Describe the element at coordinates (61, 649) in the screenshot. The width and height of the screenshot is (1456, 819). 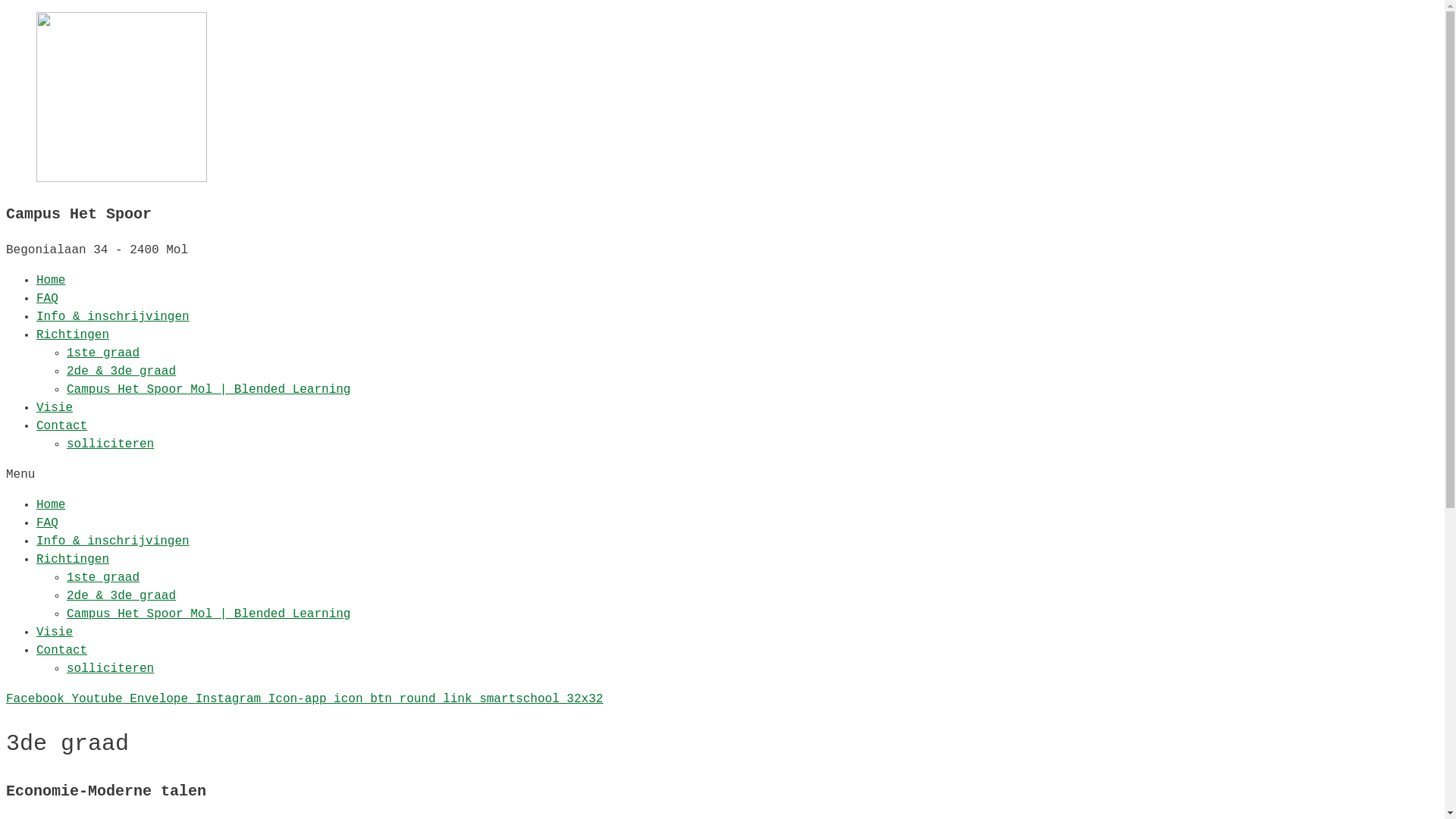
I see `'Contact'` at that location.